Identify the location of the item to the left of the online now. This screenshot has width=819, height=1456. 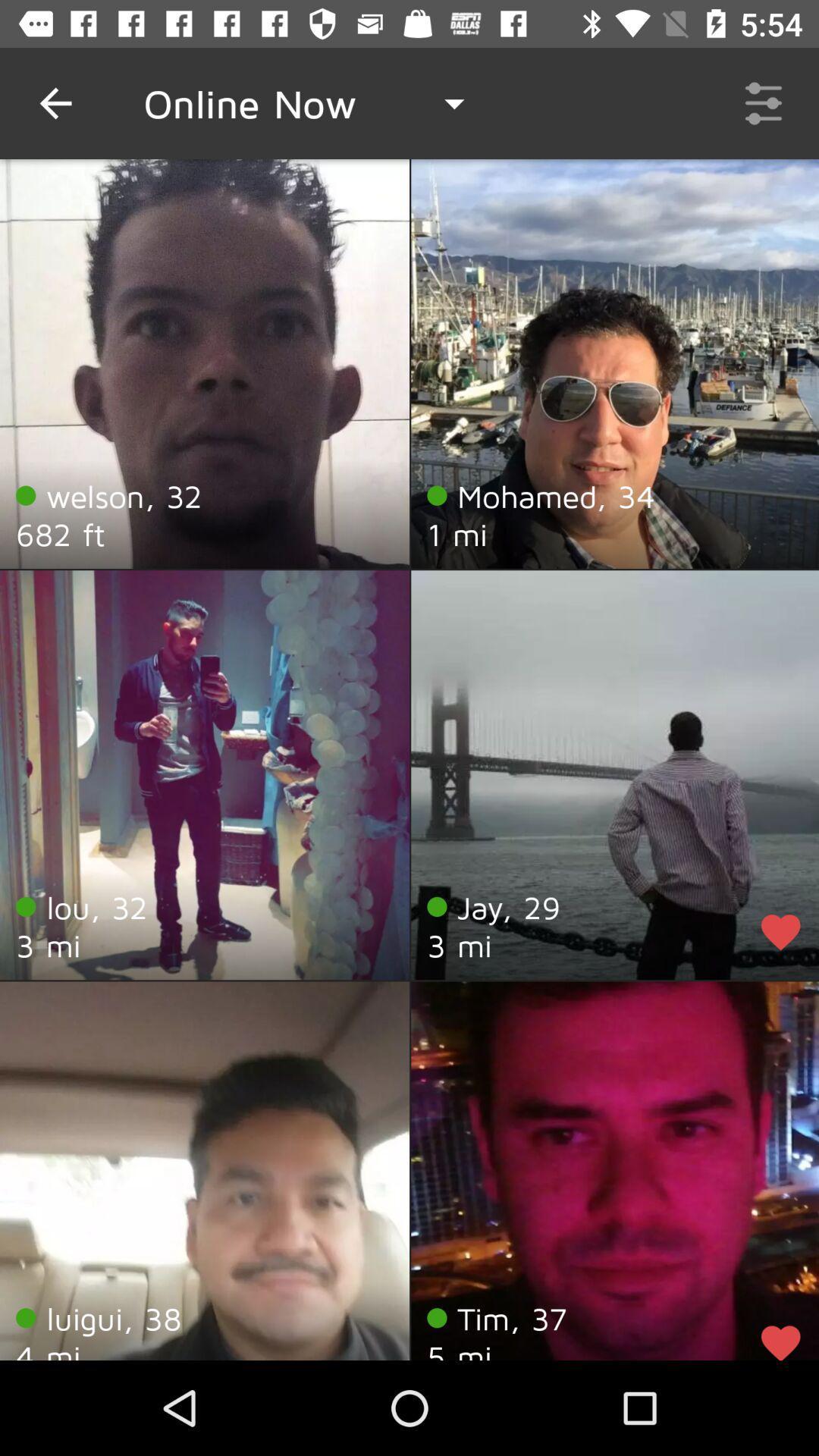
(55, 102).